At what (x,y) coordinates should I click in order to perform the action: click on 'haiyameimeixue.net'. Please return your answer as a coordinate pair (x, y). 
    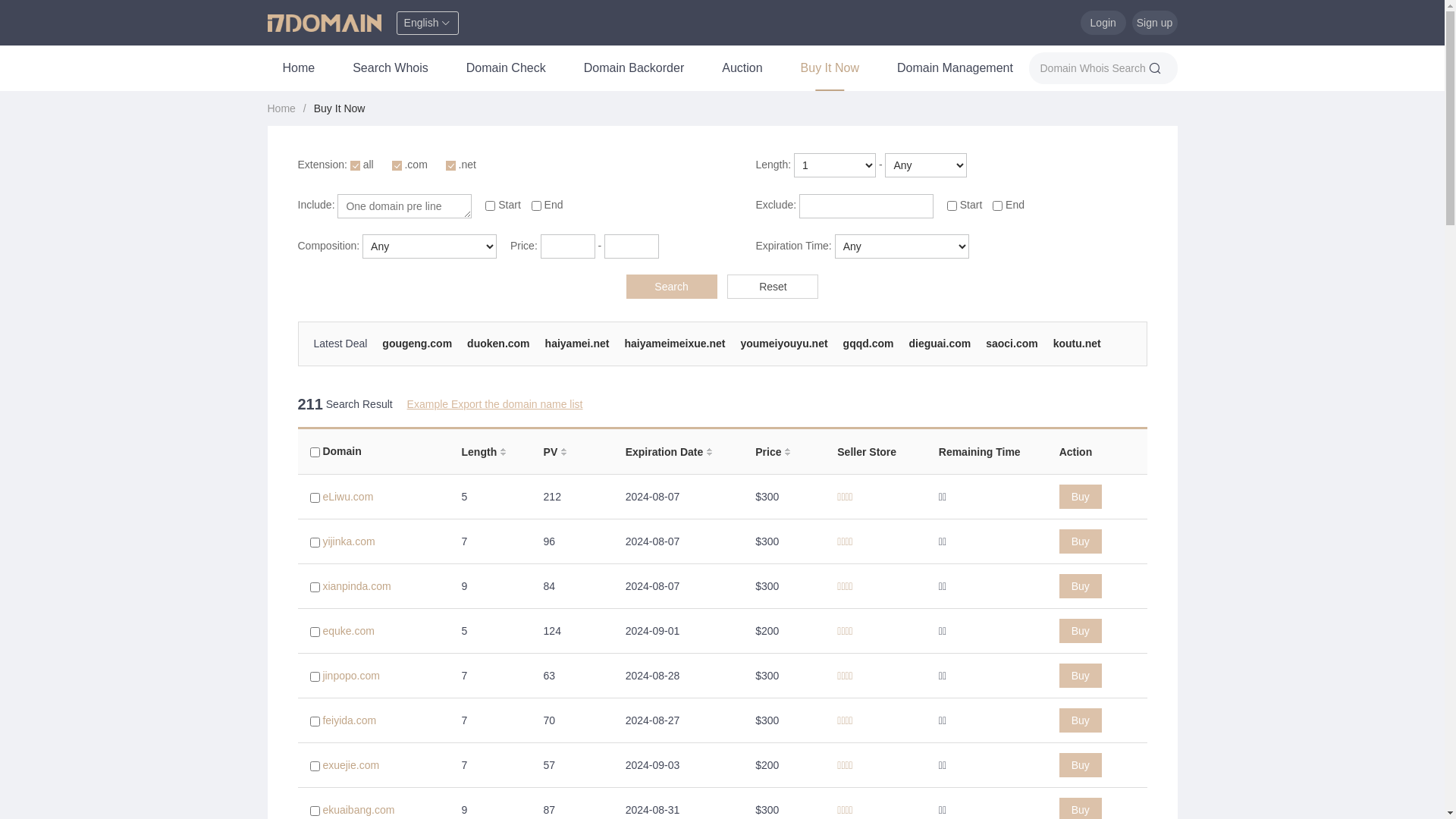
    Looking at the image, I should click on (673, 343).